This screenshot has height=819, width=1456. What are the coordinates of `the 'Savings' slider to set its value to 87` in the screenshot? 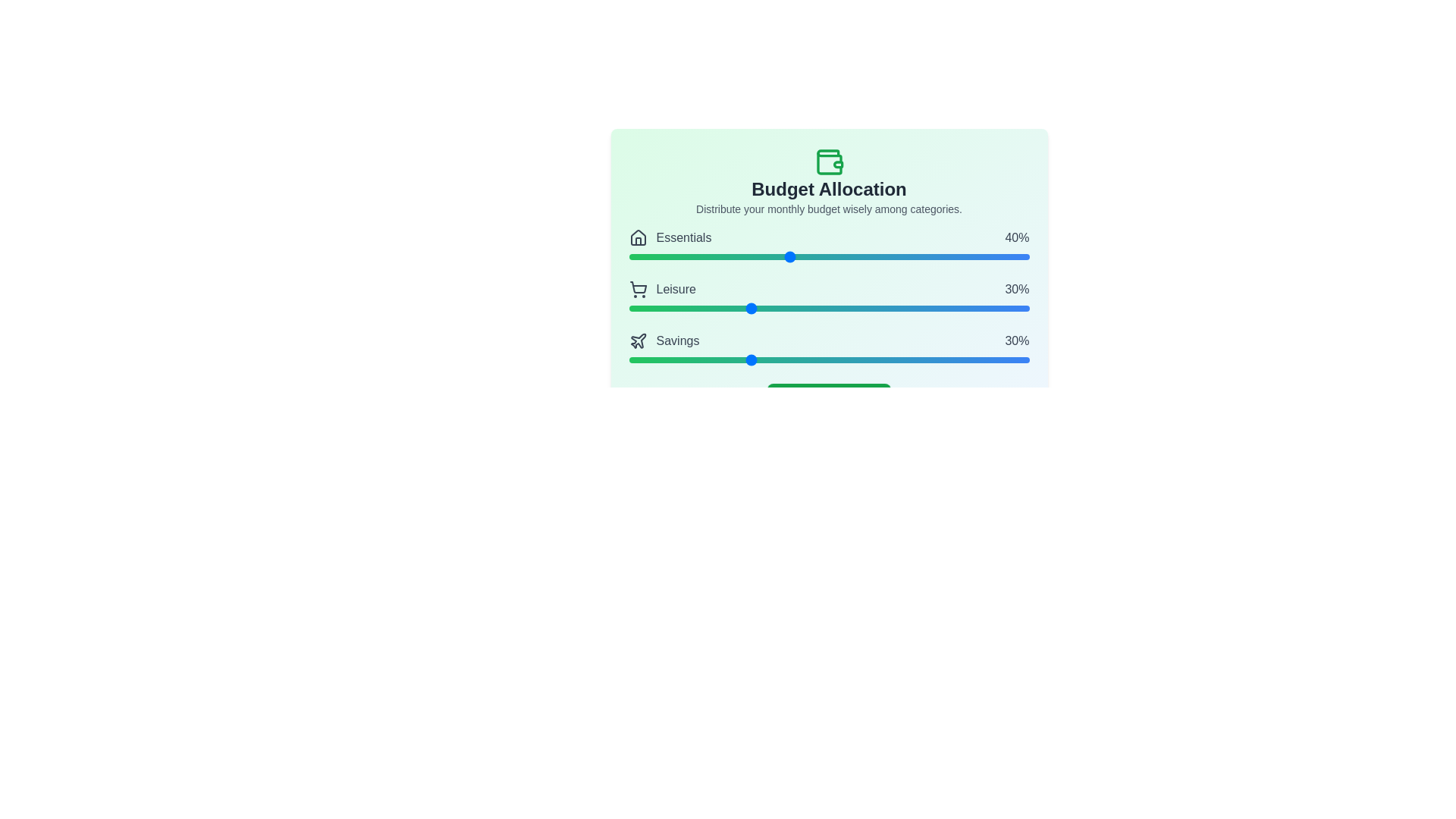 It's located at (977, 359).